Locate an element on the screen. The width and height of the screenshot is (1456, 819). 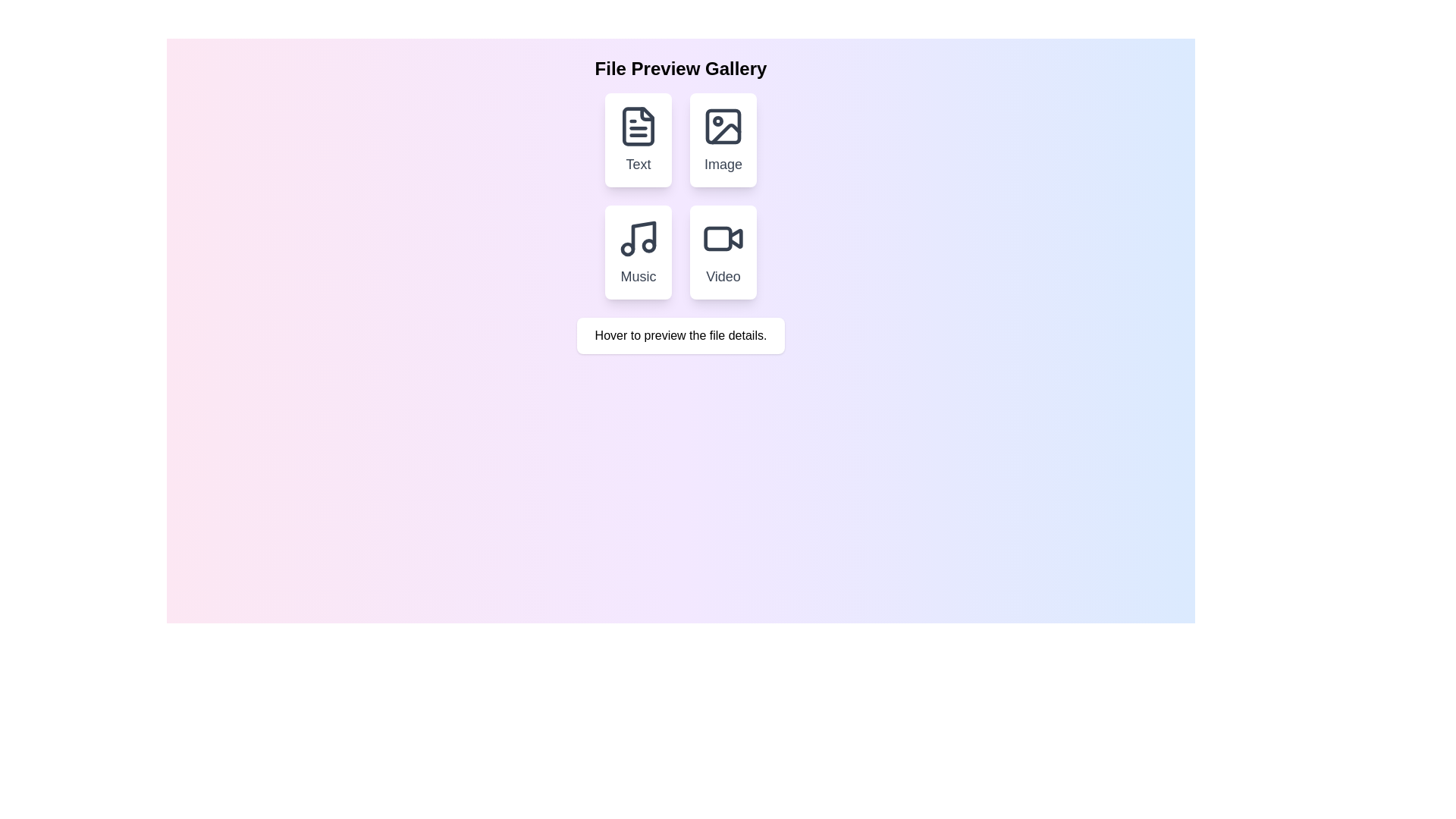
the top-left icon representing a text document located in the card labeled 'Text' under the 'File Preview Gallery' heading is located at coordinates (638, 125).